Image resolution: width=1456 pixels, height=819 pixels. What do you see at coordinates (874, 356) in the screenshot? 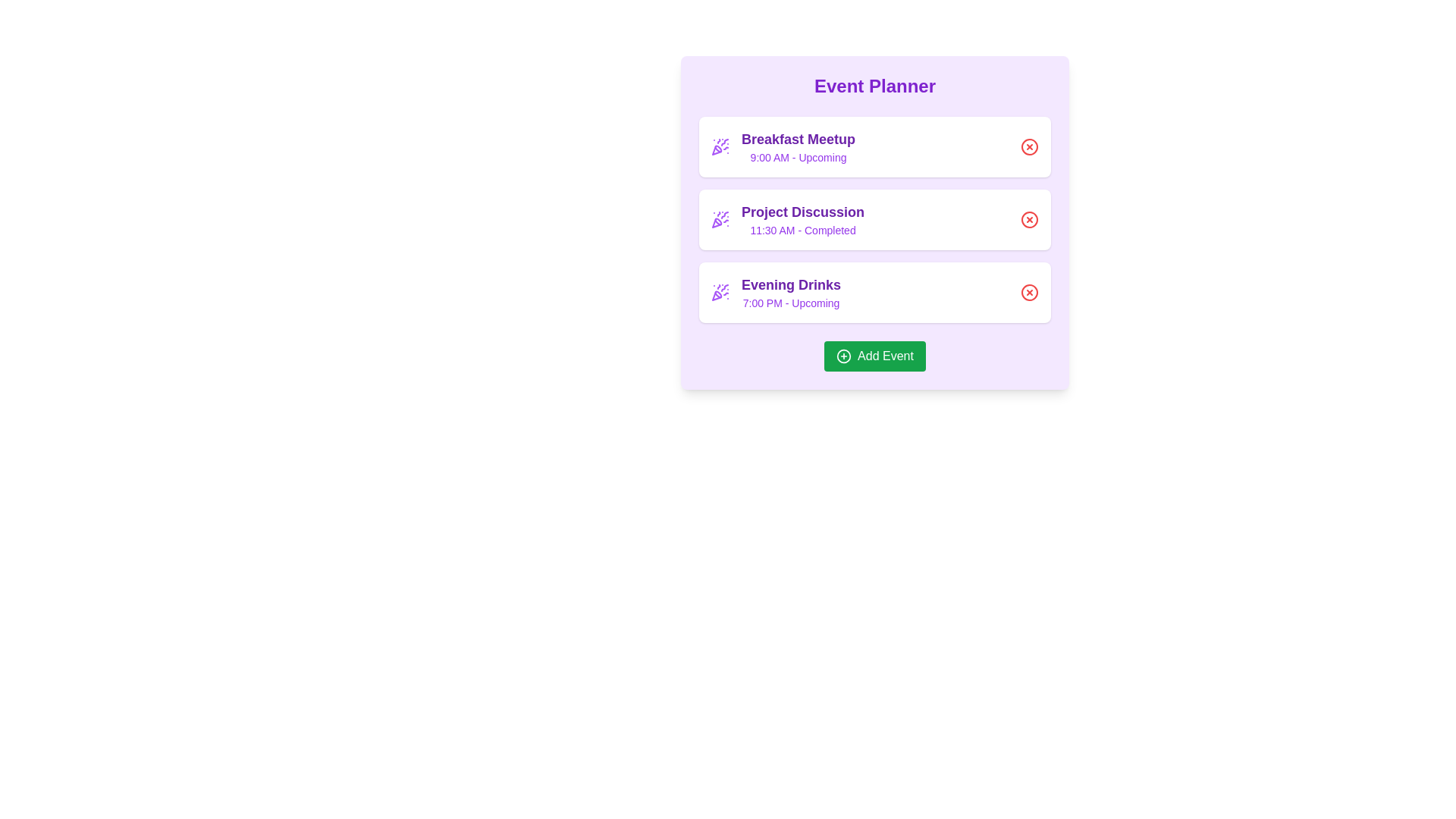
I see `the 'Add Event' button to initiate the event addition process` at bounding box center [874, 356].